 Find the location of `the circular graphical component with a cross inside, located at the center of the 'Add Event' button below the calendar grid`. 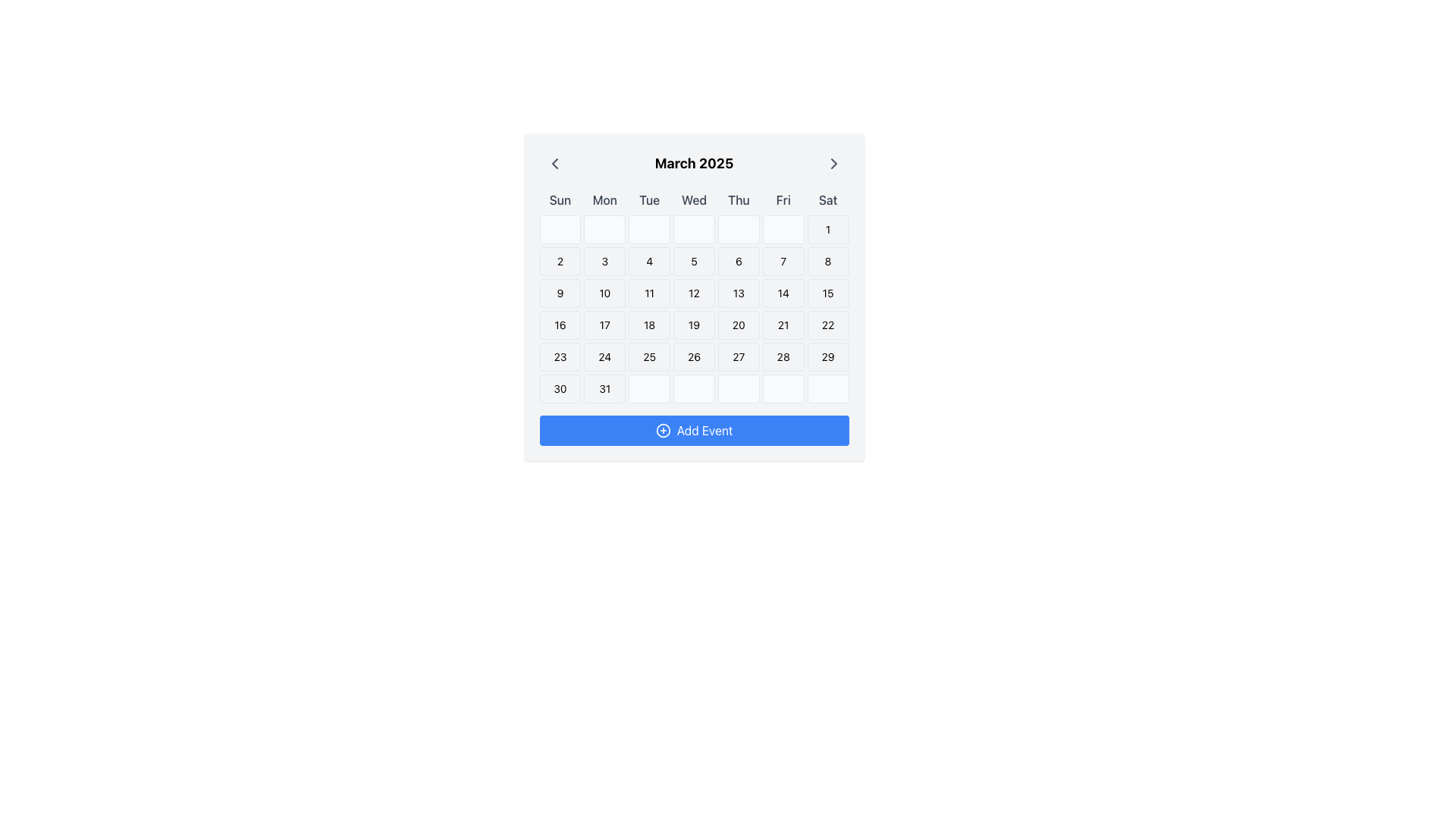

the circular graphical component with a cross inside, located at the center of the 'Add Event' button below the calendar grid is located at coordinates (663, 430).